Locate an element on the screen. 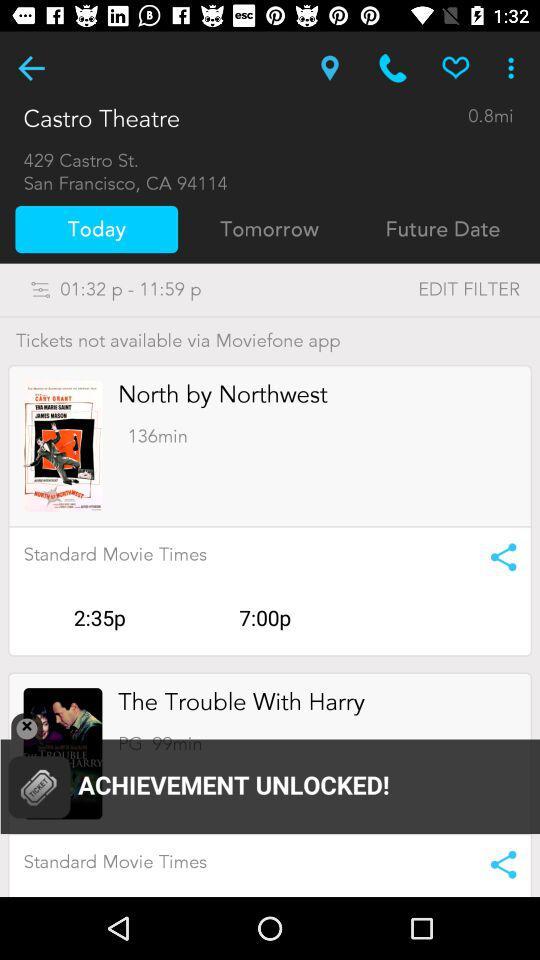  advertisement page is located at coordinates (270, 775).